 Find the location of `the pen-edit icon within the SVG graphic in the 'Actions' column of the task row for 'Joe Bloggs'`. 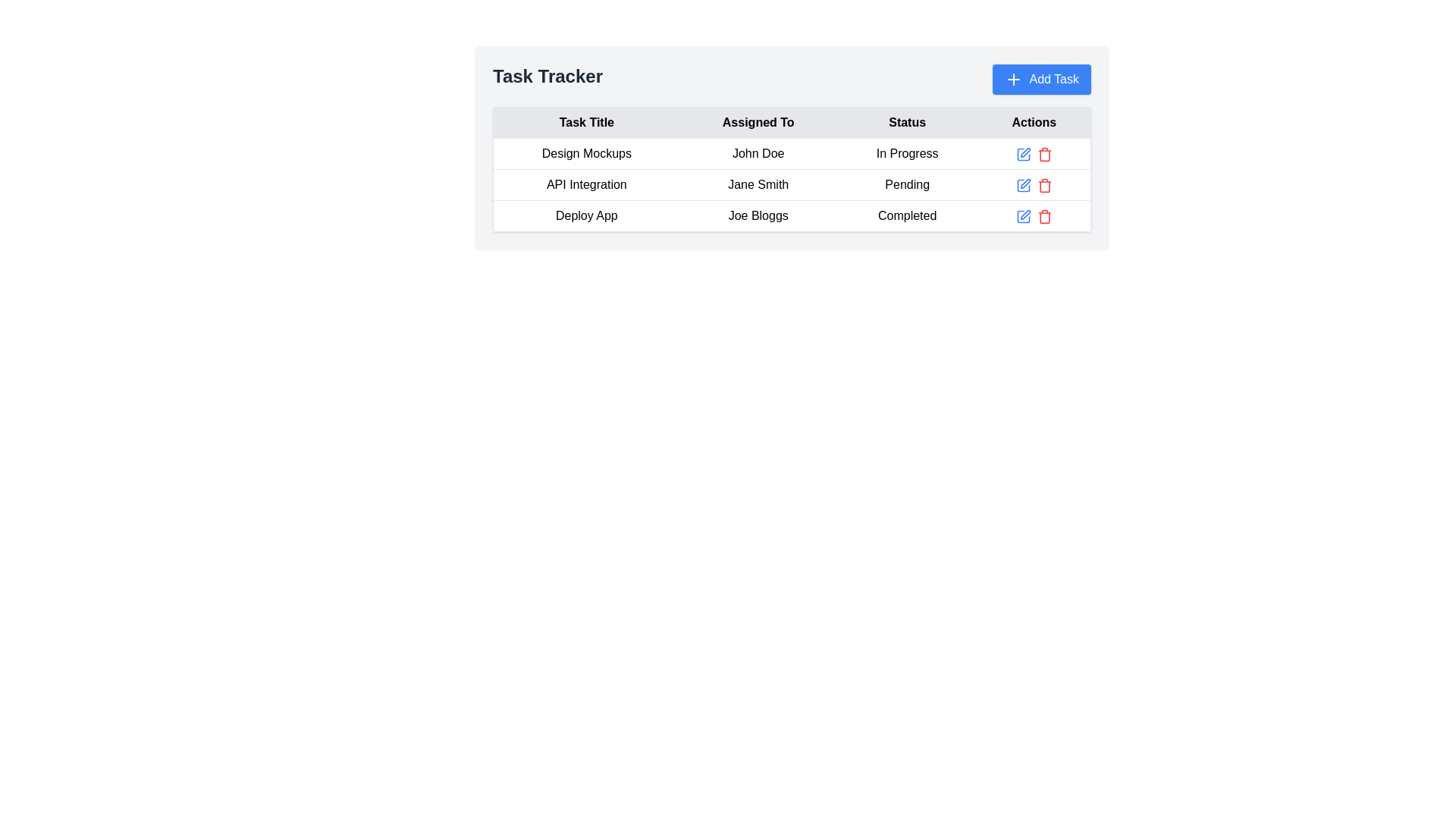

the pen-edit icon within the SVG graphic in the 'Actions' column of the task row for 'Joe Bloggs' is located at coordinates (1023, 216).